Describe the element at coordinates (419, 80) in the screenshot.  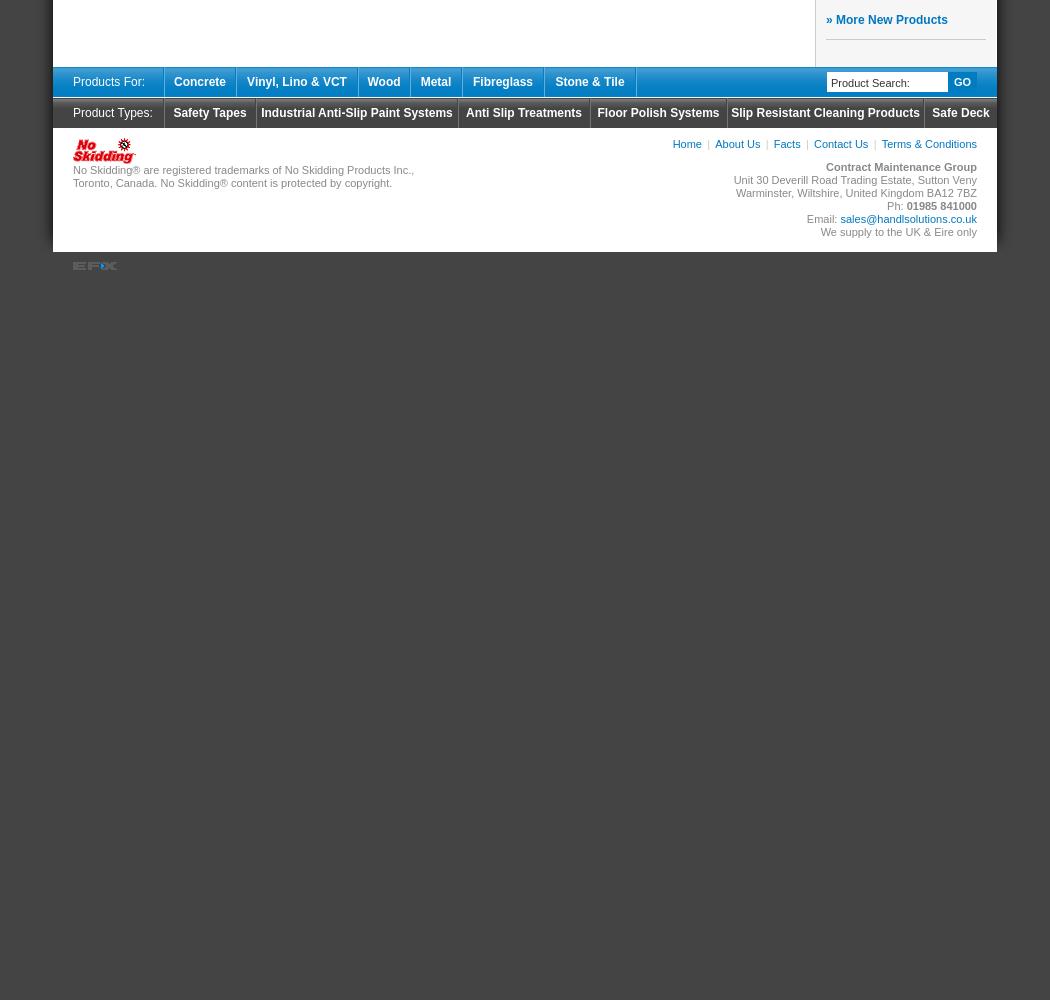
I see `'Metal'` at that location.